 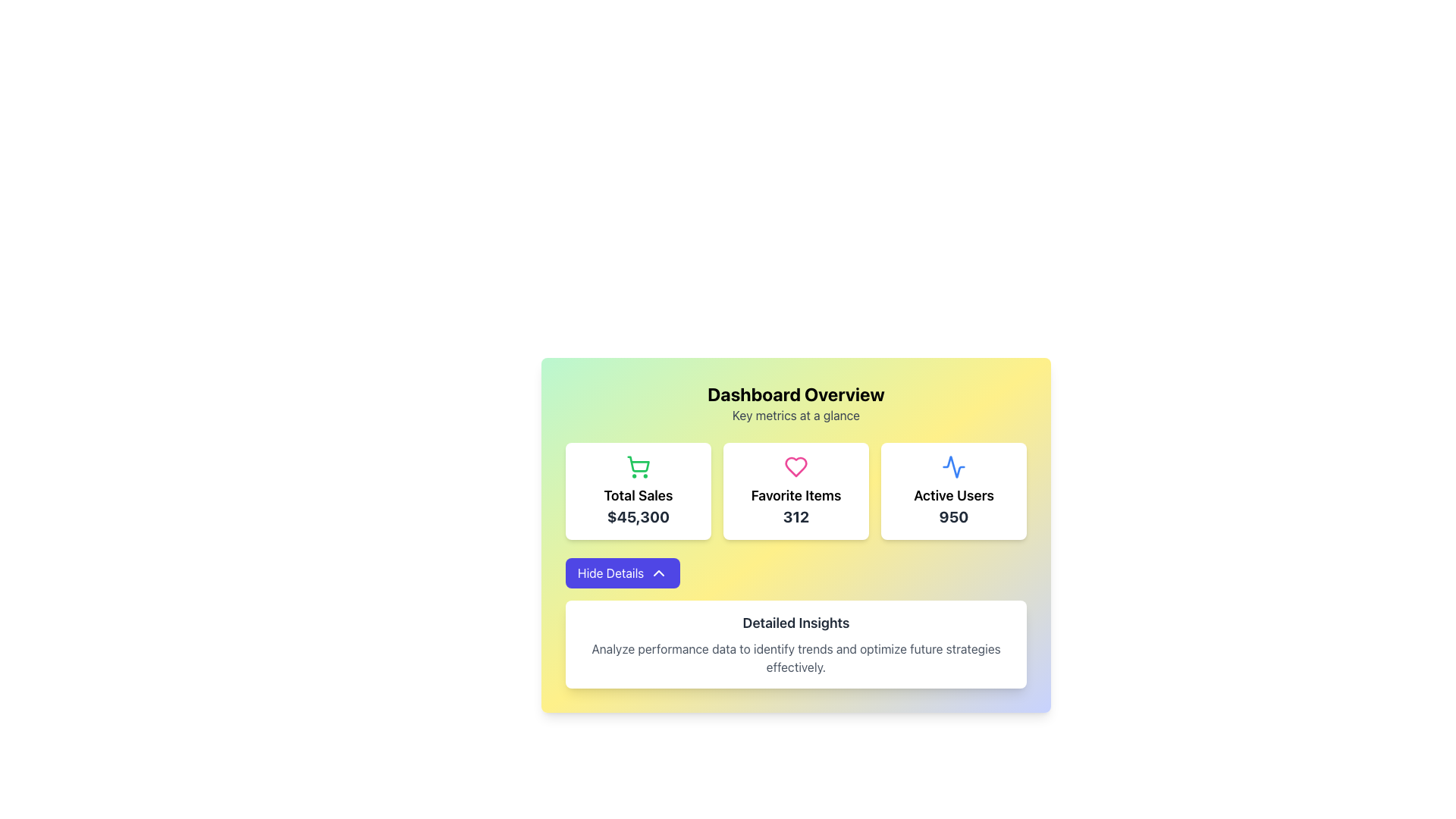 What do you see at coordinates (638, 466) in the screenshot?
I see `the shopping cart icon with a green outline located in the center-left card of the dashboard, which is above the 'Total Sales' text and '$45,300'` at bounding box center [638, 466].